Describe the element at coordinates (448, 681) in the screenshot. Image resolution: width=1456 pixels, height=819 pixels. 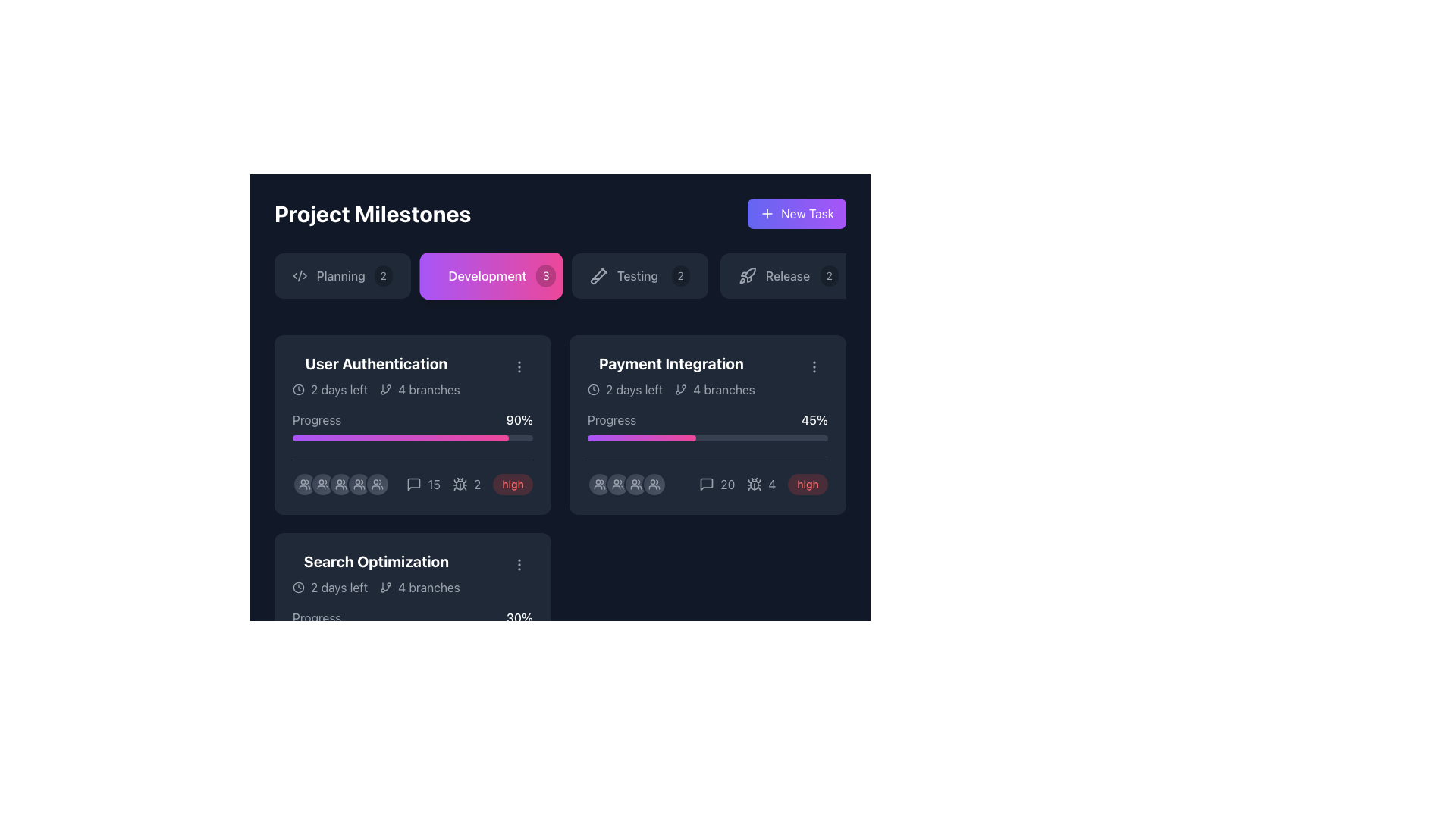
I see `value of the gray numeral '1' located in the horizontal flexbox layout beneath the 'Payment Integration' card` at that location.